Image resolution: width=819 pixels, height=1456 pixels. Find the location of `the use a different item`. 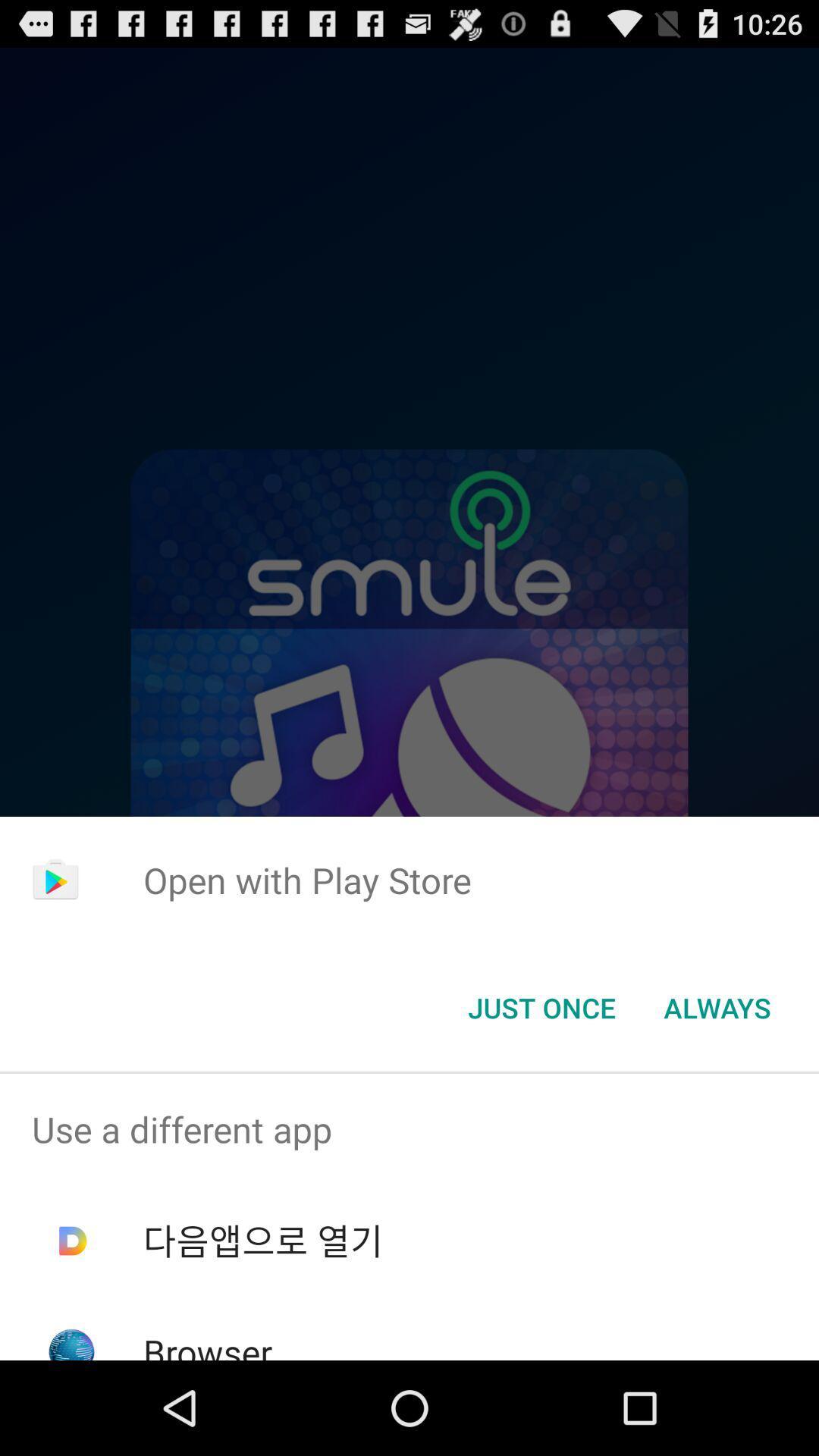

the use a different item is located at coordinates (409, 1129).